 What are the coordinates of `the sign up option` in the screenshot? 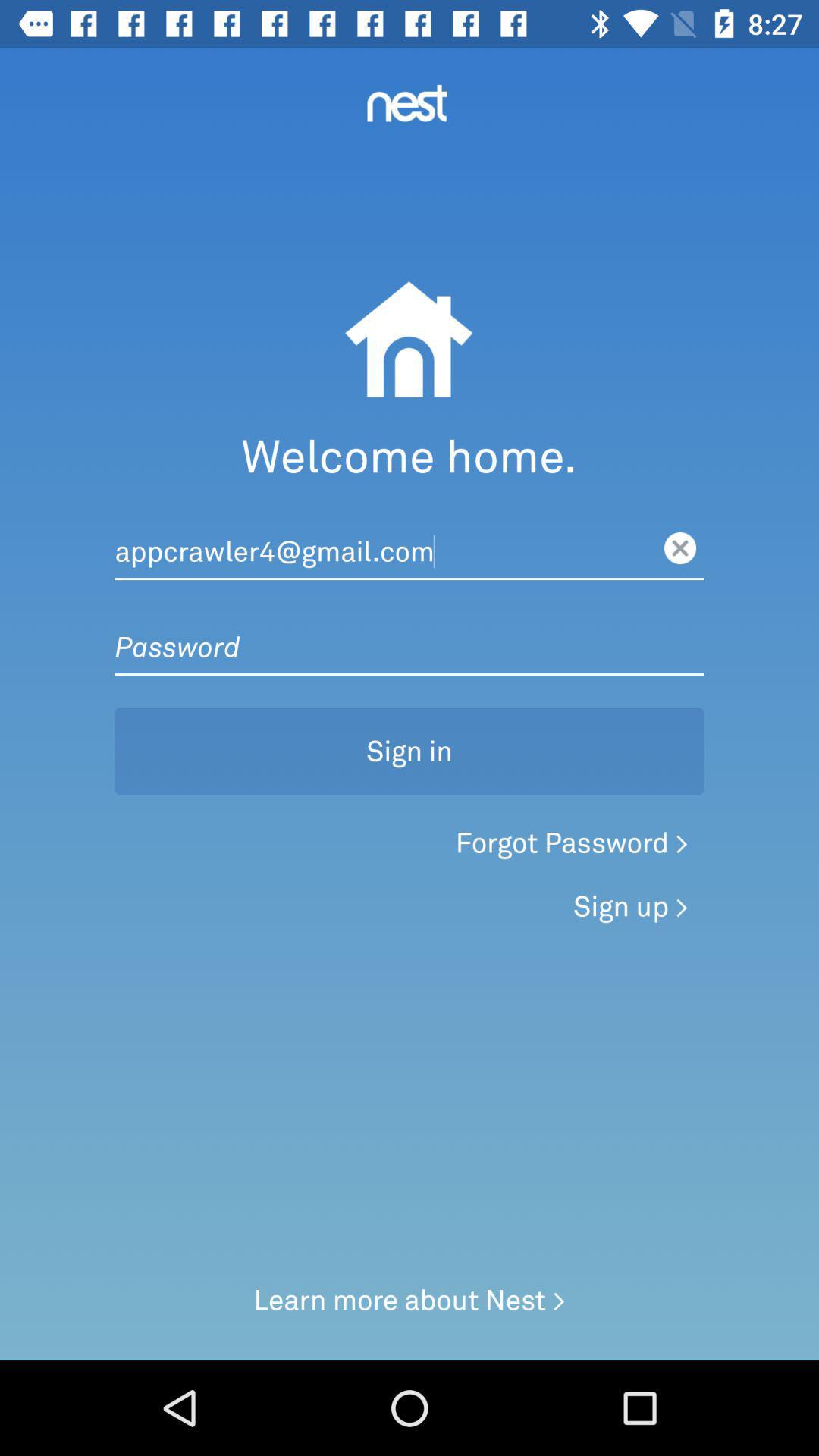 It's located at (631, 906).